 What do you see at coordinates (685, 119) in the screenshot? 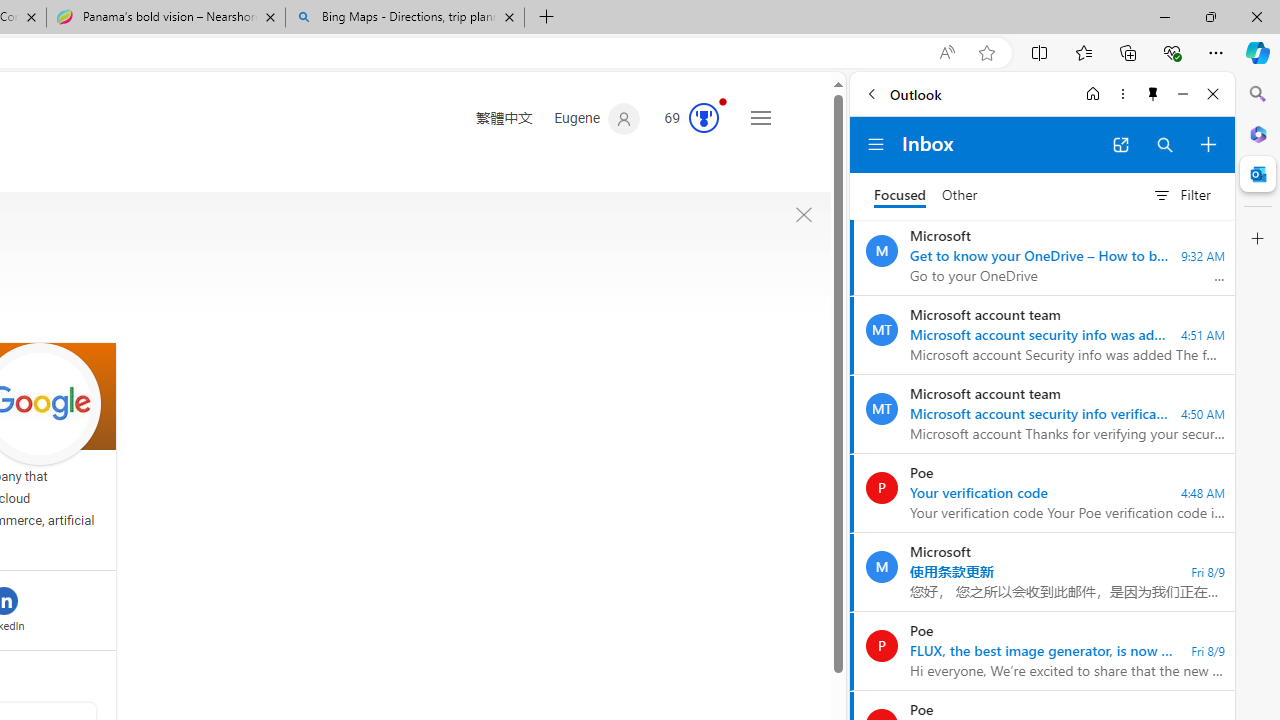
I see `'Microsoft Rewards 69'` at bounding box center [685, 119].